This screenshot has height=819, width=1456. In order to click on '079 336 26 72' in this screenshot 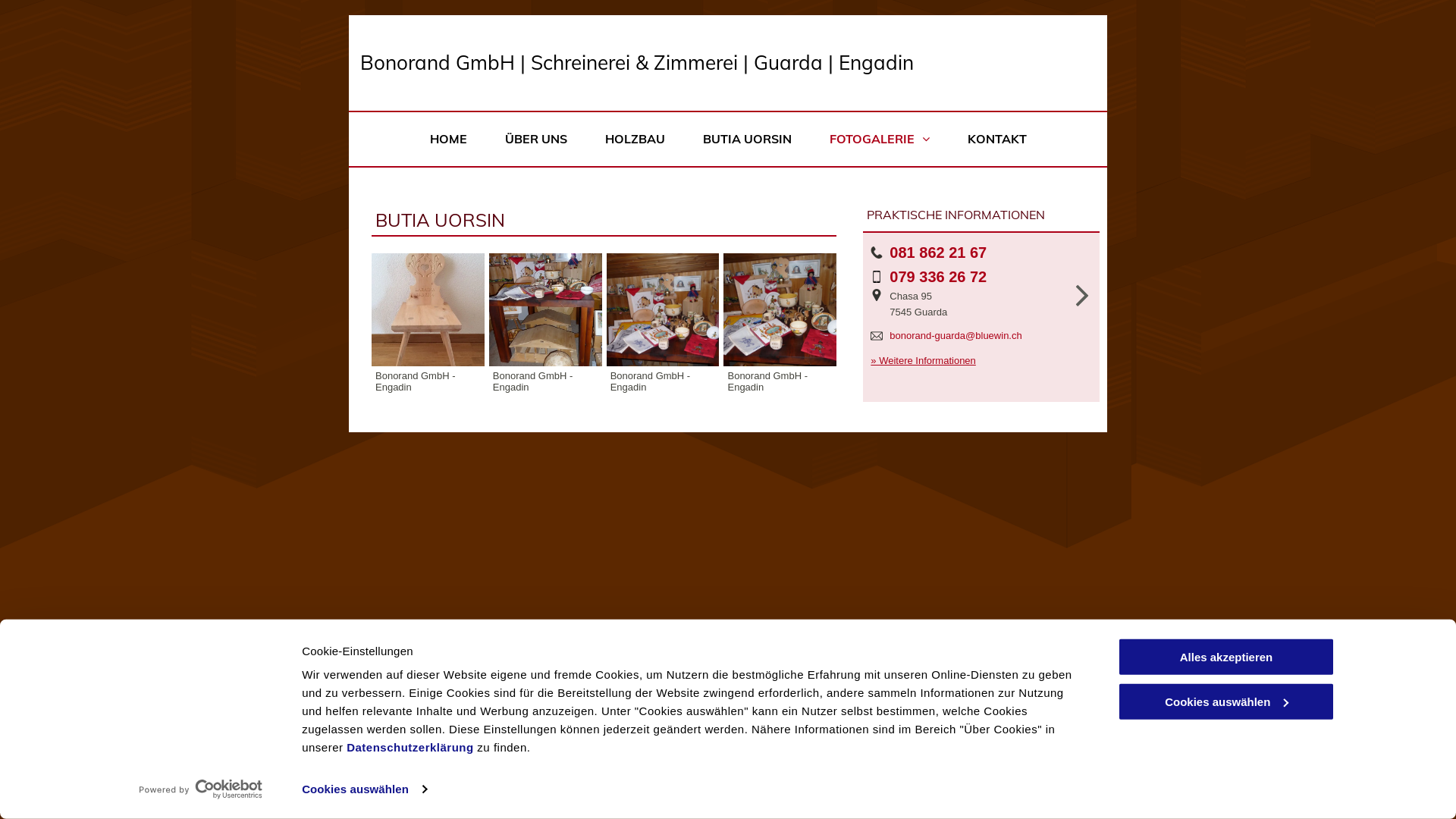, I will do `click(937, 277)`.